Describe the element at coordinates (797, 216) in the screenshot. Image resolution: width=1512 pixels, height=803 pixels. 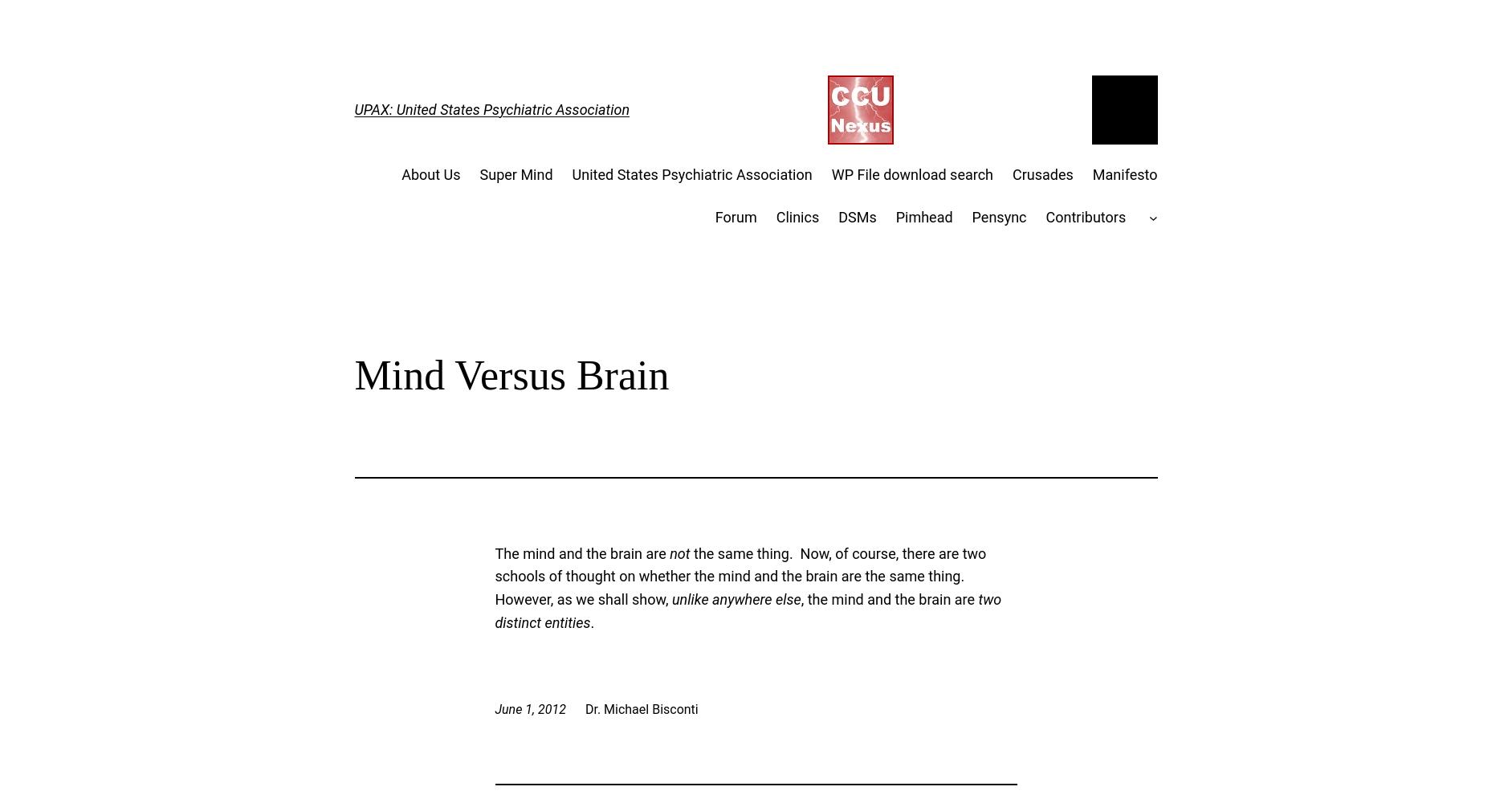
I see `'Clinics'` at that location.